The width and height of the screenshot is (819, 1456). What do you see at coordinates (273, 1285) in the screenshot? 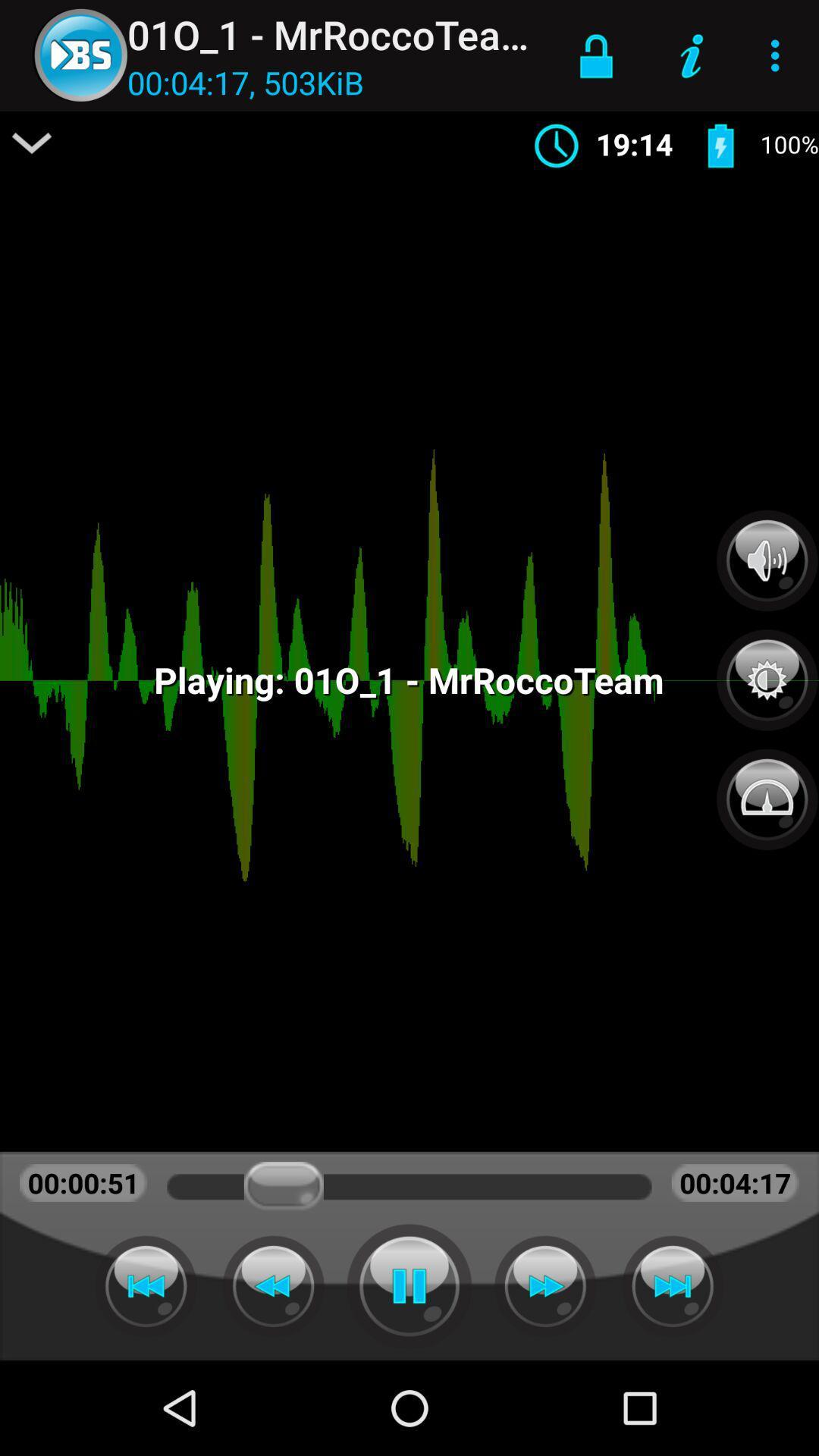
I see `the av_rewind icon` at bounding box center [273, 1285].